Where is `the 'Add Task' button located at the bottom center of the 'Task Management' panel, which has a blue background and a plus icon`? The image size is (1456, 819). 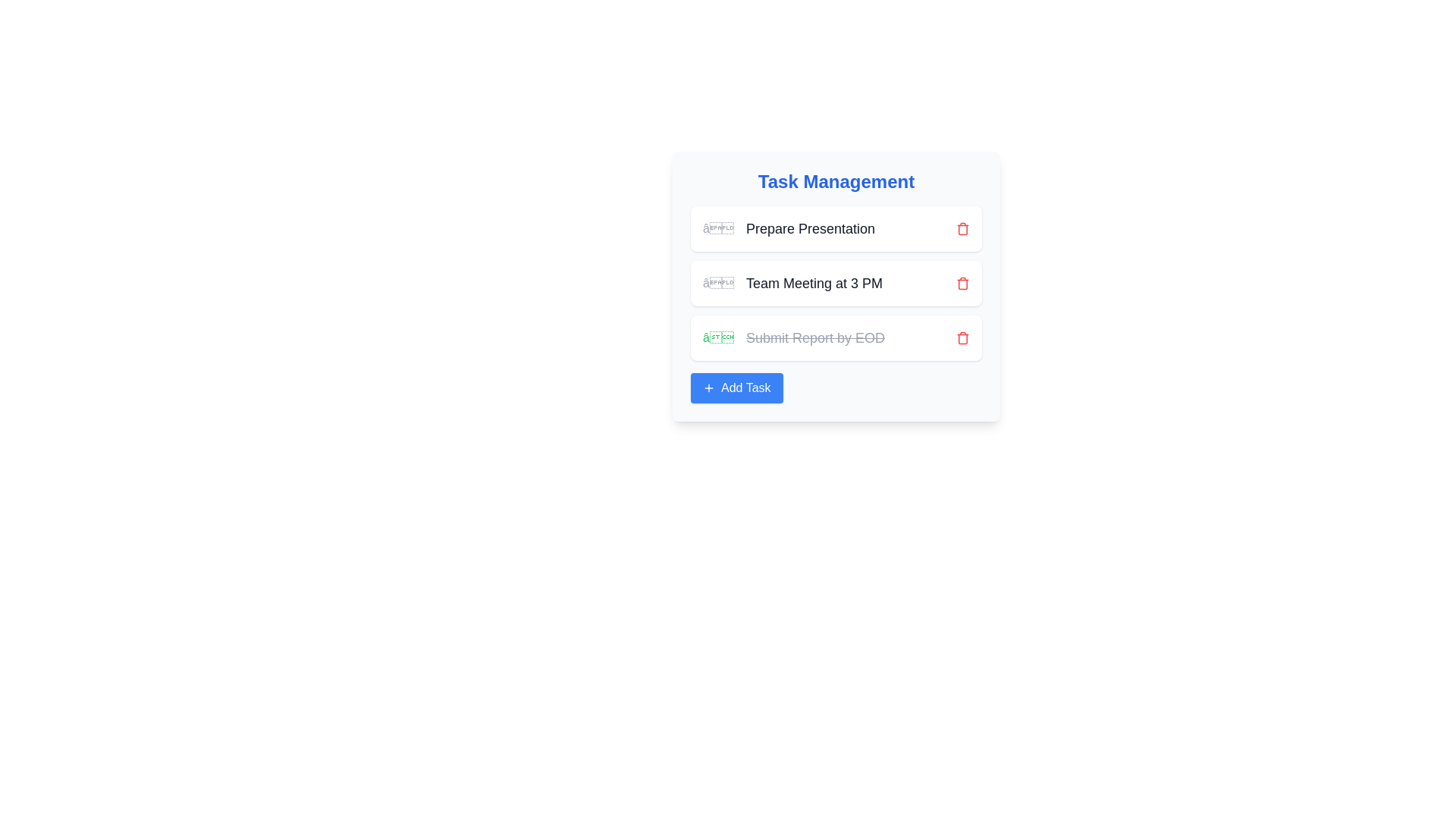 the 'Add Task' button located at the bottom center of the 'Task Management' panel, which has a blue background and a plus icon is located at coordinates (736, 388).